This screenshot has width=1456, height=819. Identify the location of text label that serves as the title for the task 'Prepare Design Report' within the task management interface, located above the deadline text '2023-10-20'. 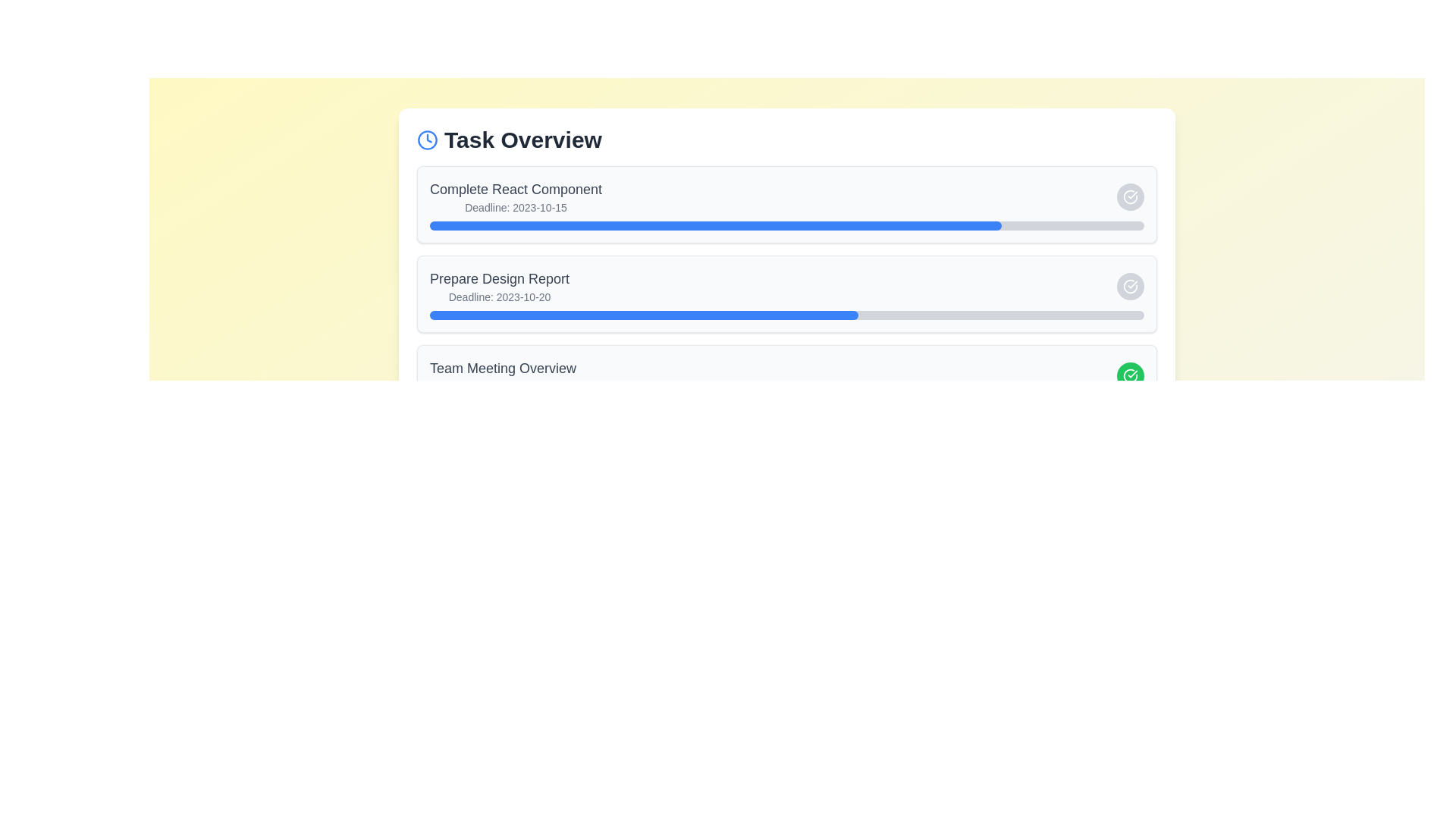
(500, 278).